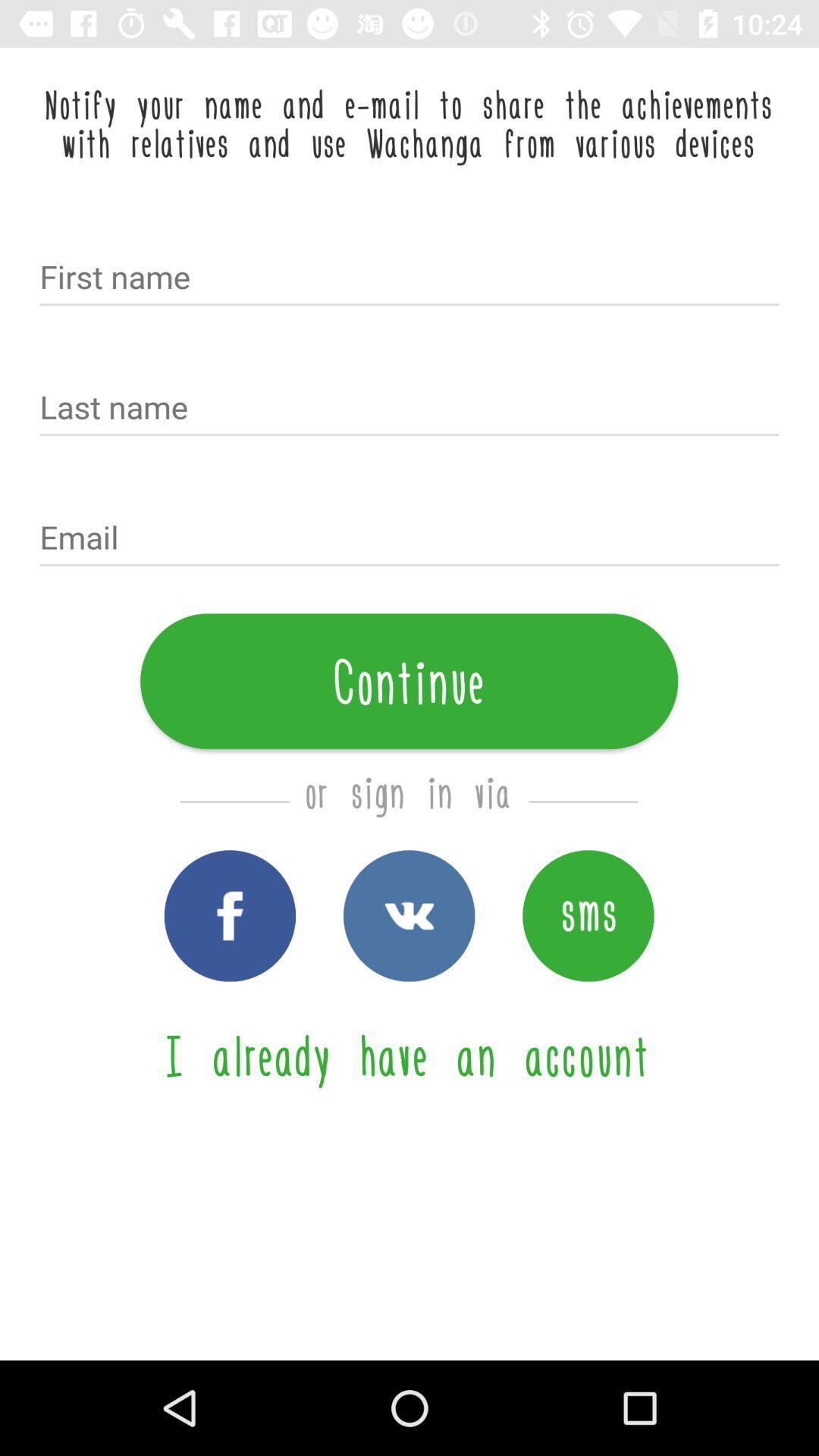 The width and height of the screenshot is (819, 1456). I want to click on the icon above or sign in, so click(408, 680).